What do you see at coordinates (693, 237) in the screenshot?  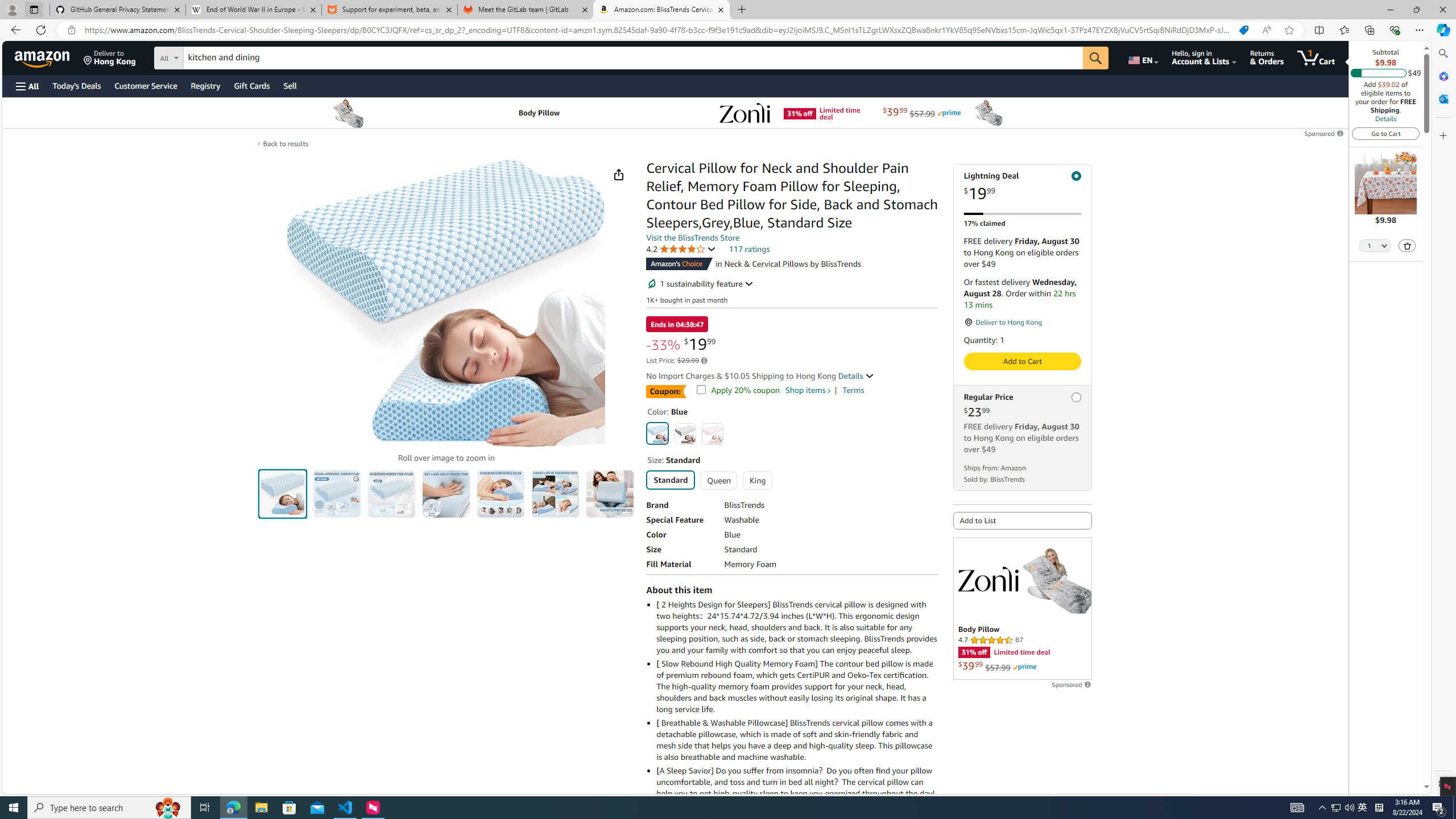 I see `'Visit the BlissTrends Store'` at bounding box center [693, 237].